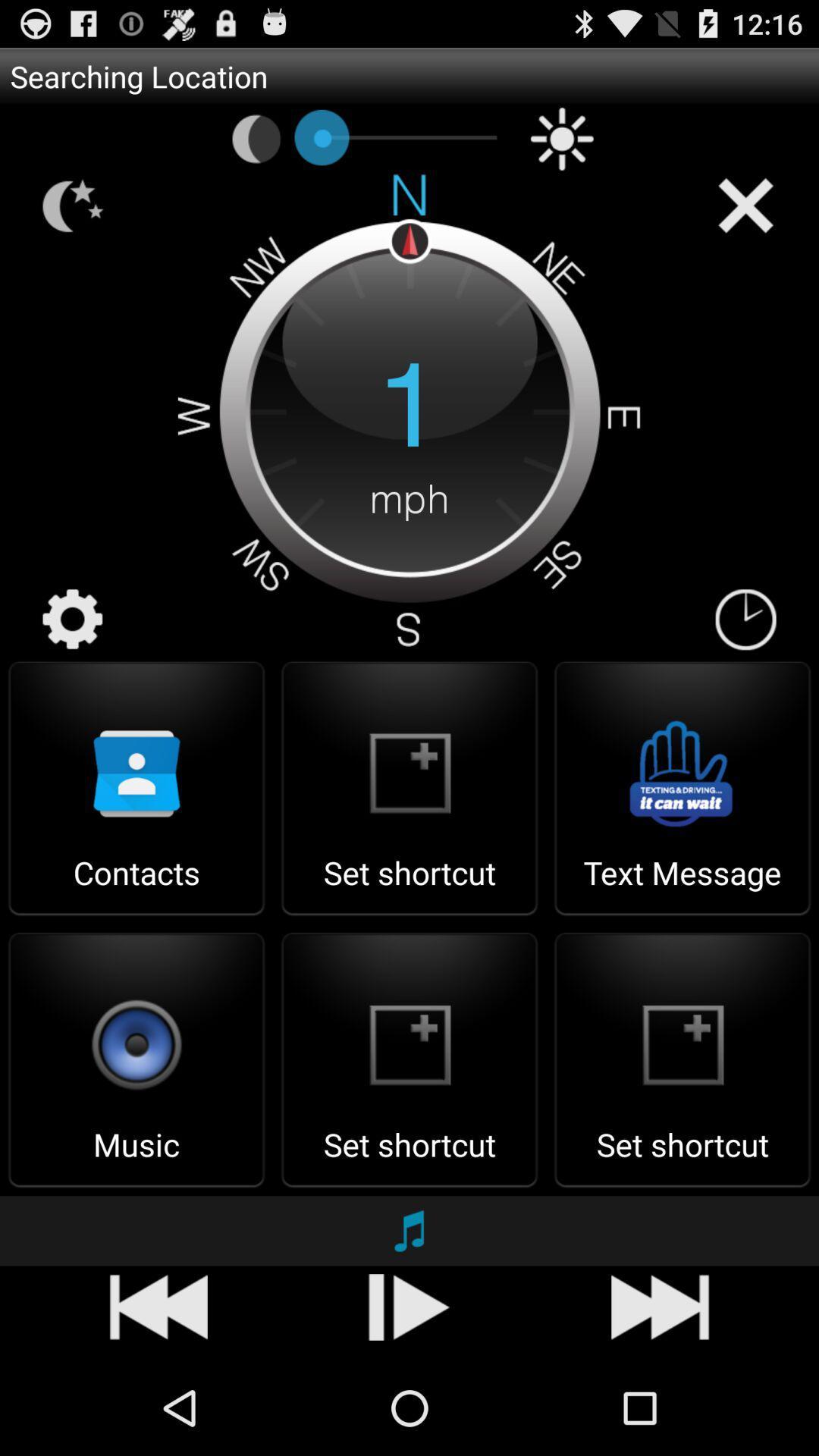 This screenshot has width=819, height=1456. I want to click on the close icon, so click(745, 219).